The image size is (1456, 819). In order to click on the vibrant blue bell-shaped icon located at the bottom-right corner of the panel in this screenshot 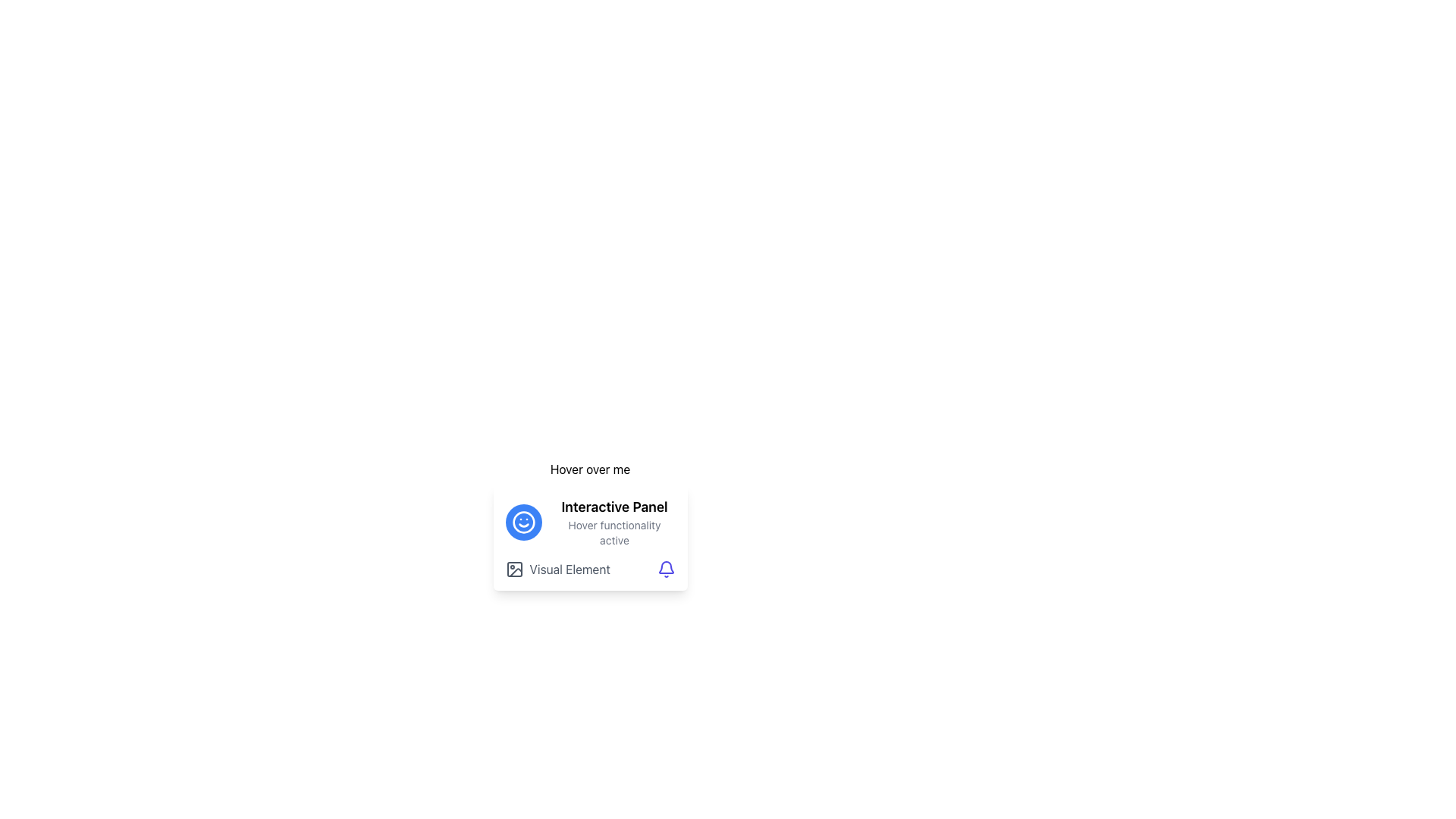, I will do `click(666, 570)`.